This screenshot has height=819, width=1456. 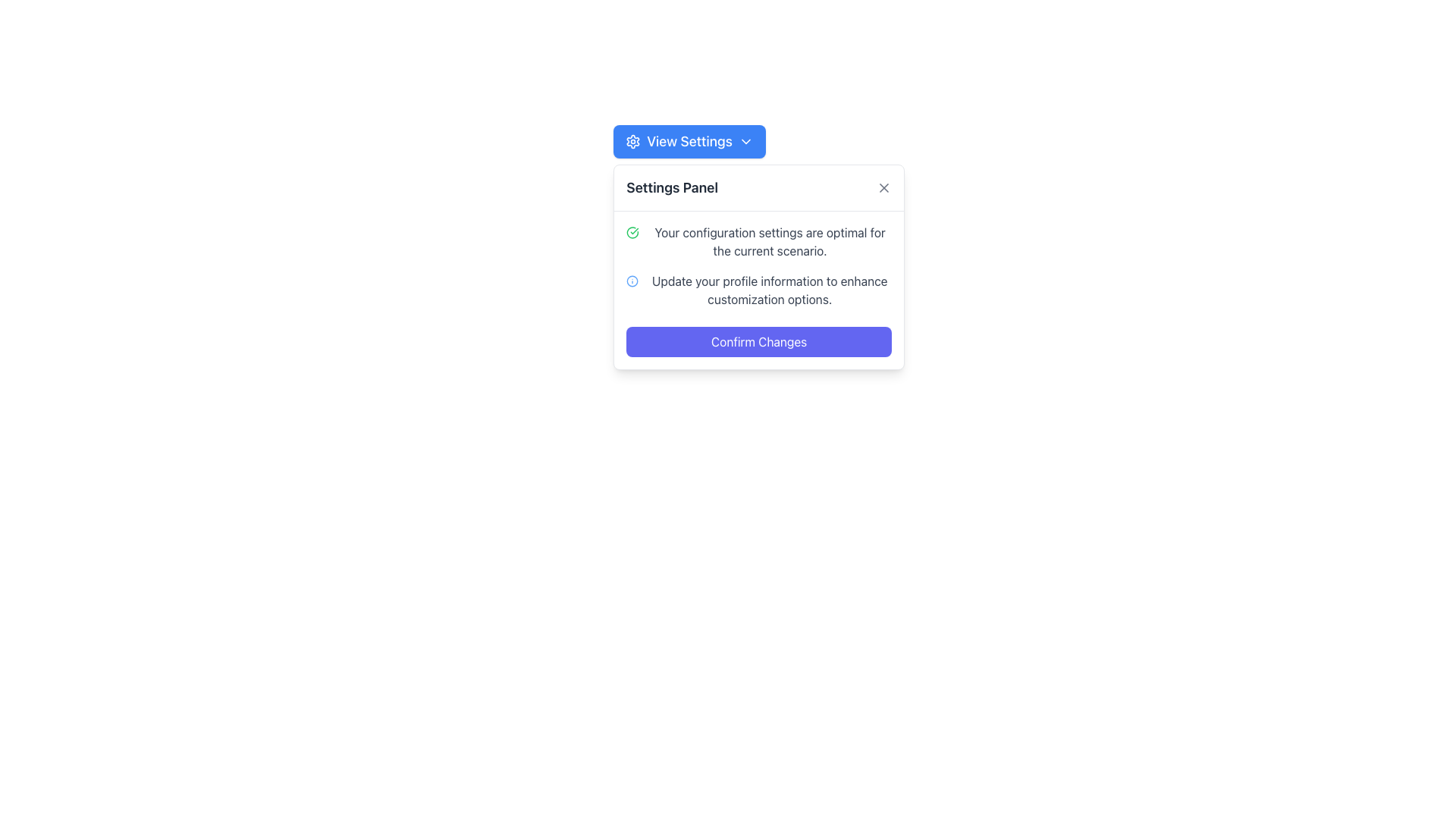 I want to click on the 'Confirm Changes' button with a vibrant indigo background and white text, so click(x=759, y=342).